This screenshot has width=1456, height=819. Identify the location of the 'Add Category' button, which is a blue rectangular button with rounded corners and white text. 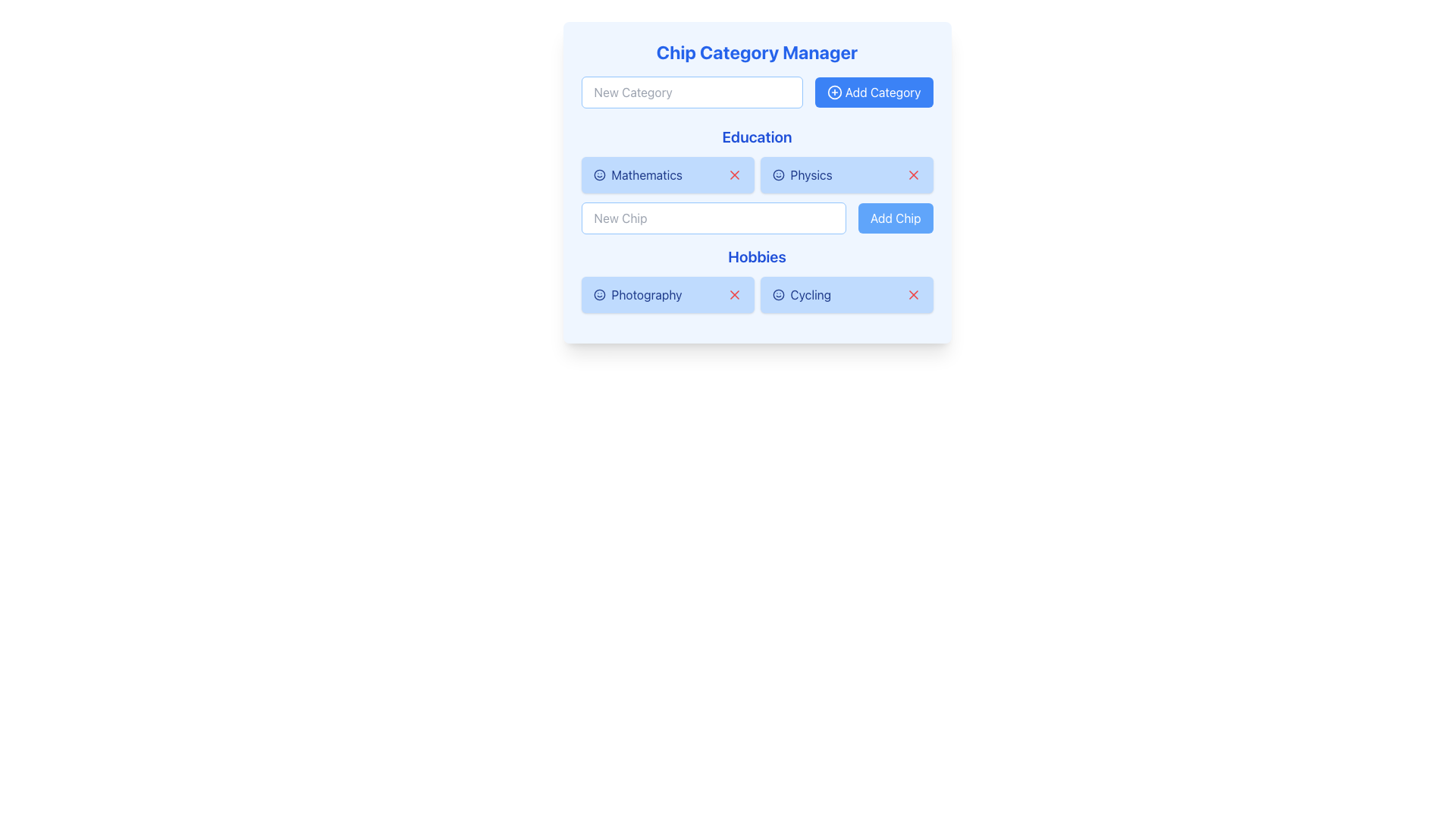
(874, 93).